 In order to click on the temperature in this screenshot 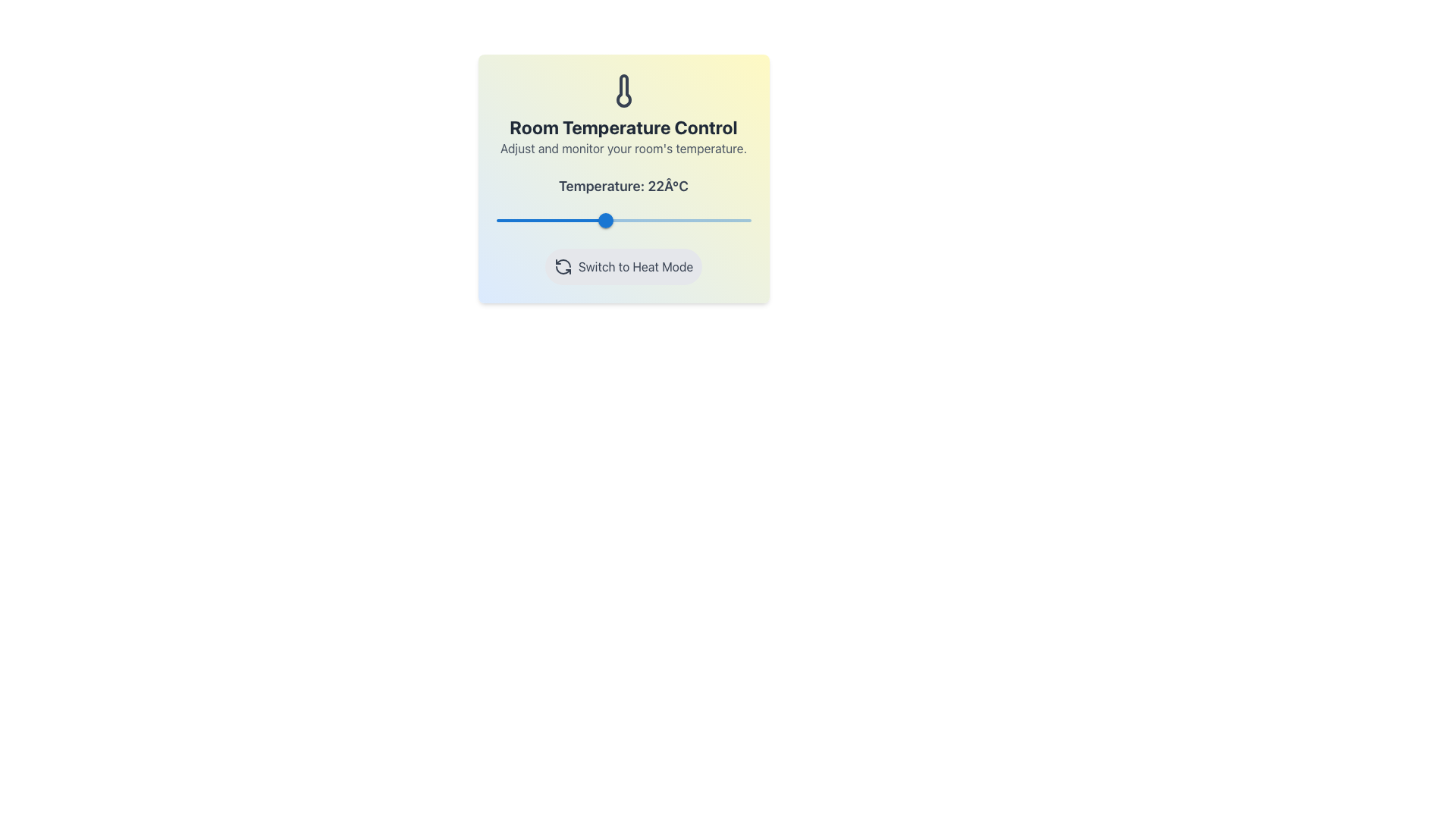, I will do `click(597, 220)`.